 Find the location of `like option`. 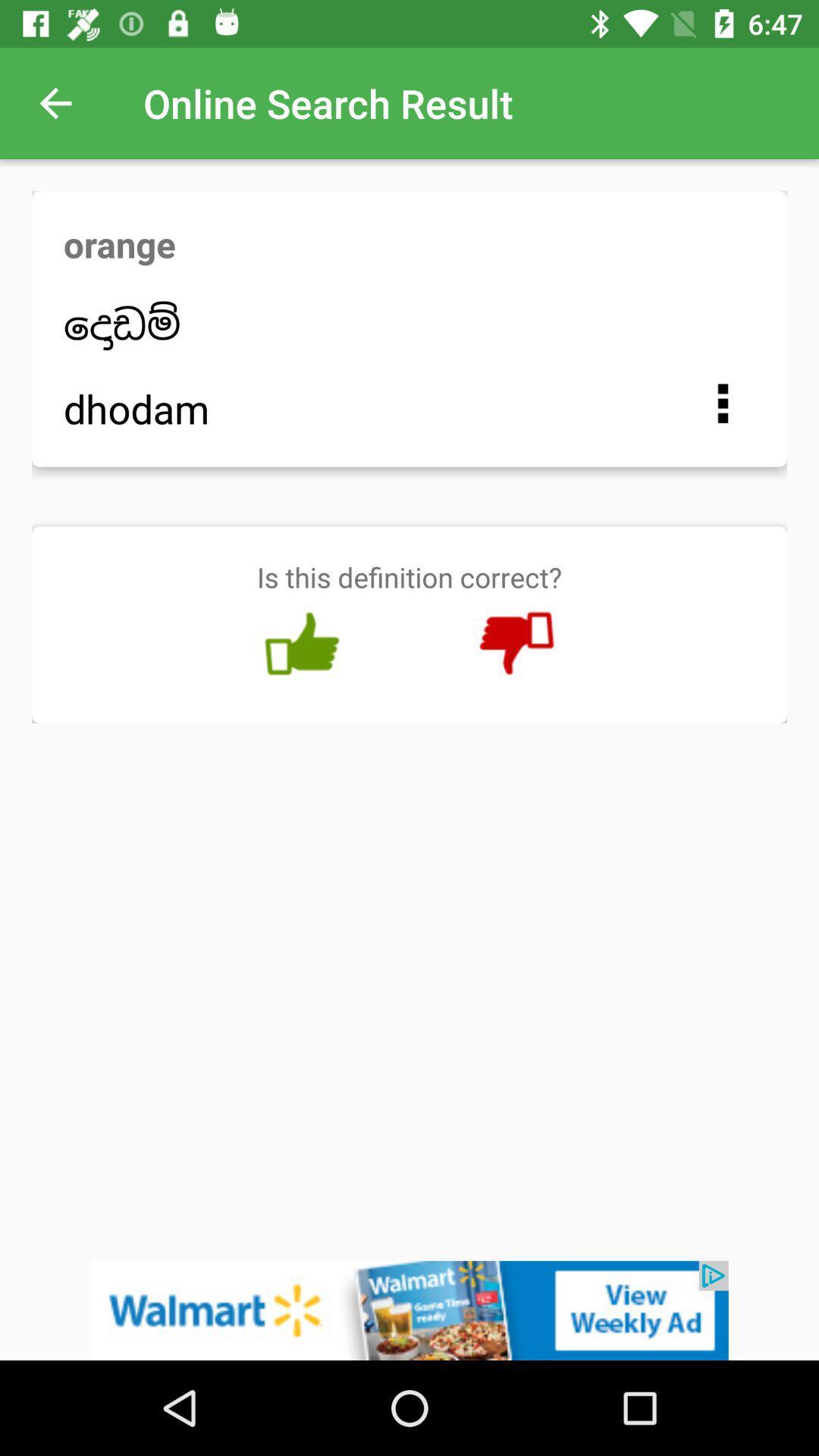

like option is located at coordinates (302, 644).